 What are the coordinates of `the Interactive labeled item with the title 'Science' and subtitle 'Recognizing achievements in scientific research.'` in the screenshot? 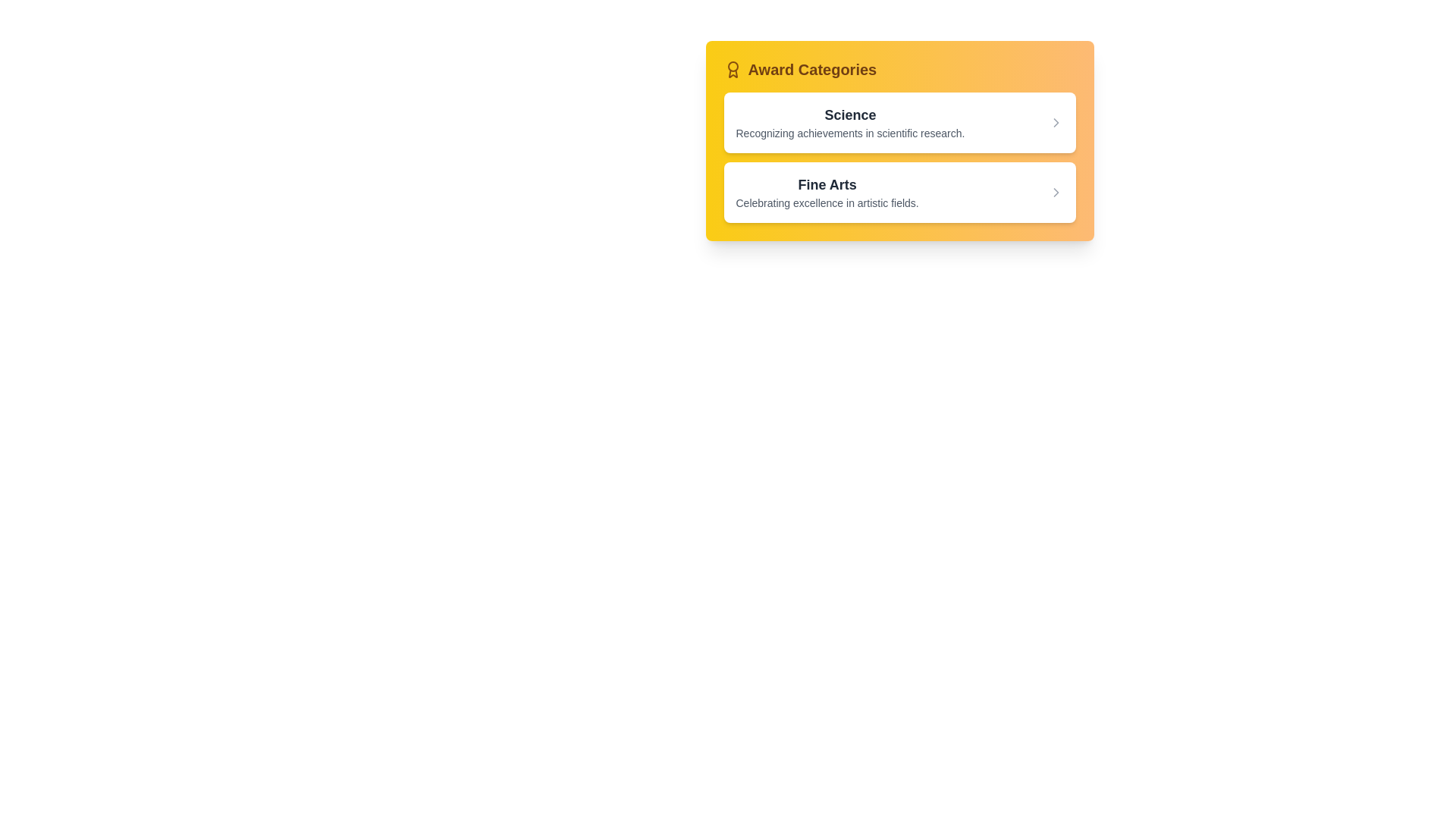 It's located at (850, 122).